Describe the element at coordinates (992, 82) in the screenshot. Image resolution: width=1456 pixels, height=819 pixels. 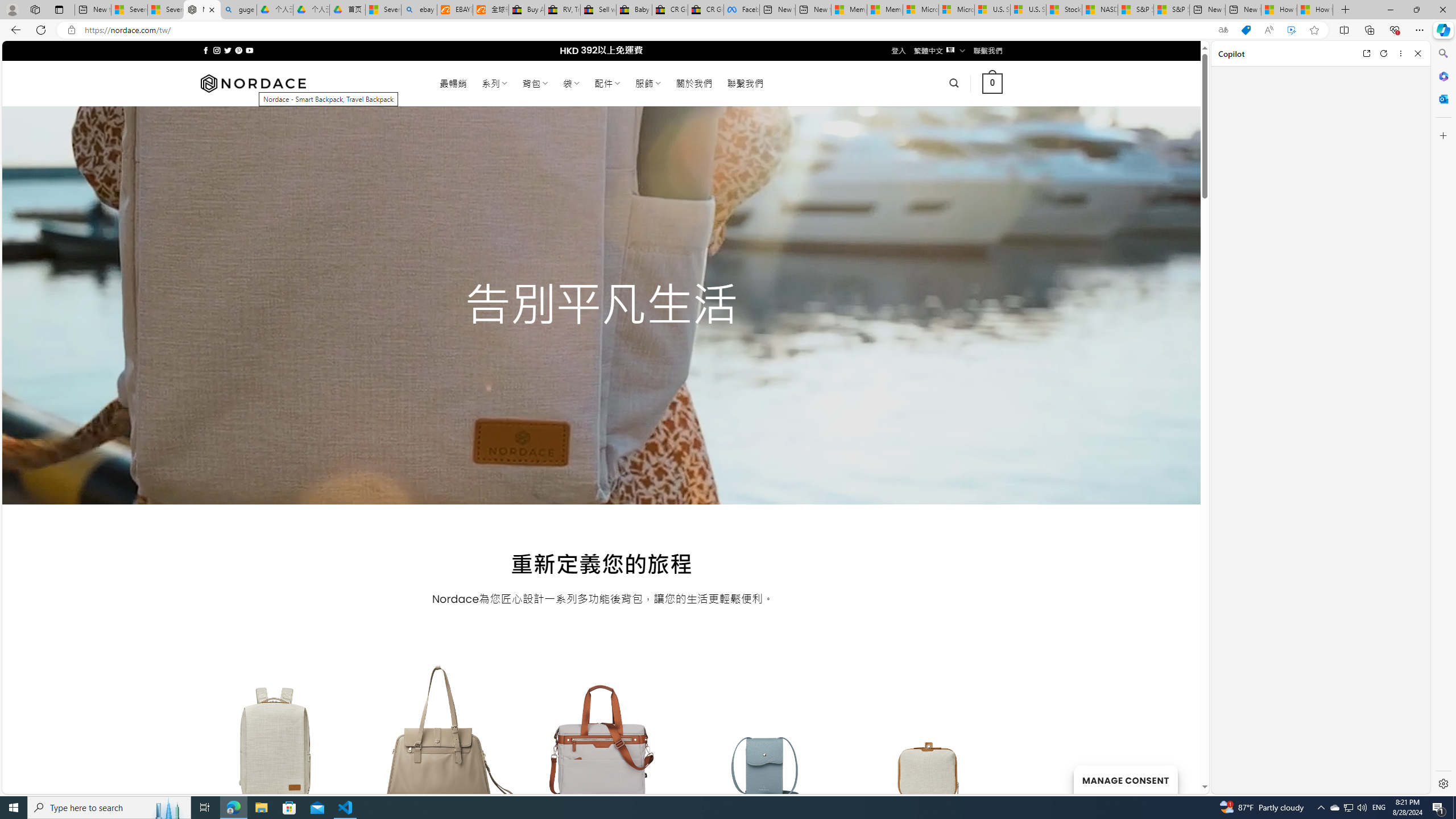
I see `'  0  '` at that location.